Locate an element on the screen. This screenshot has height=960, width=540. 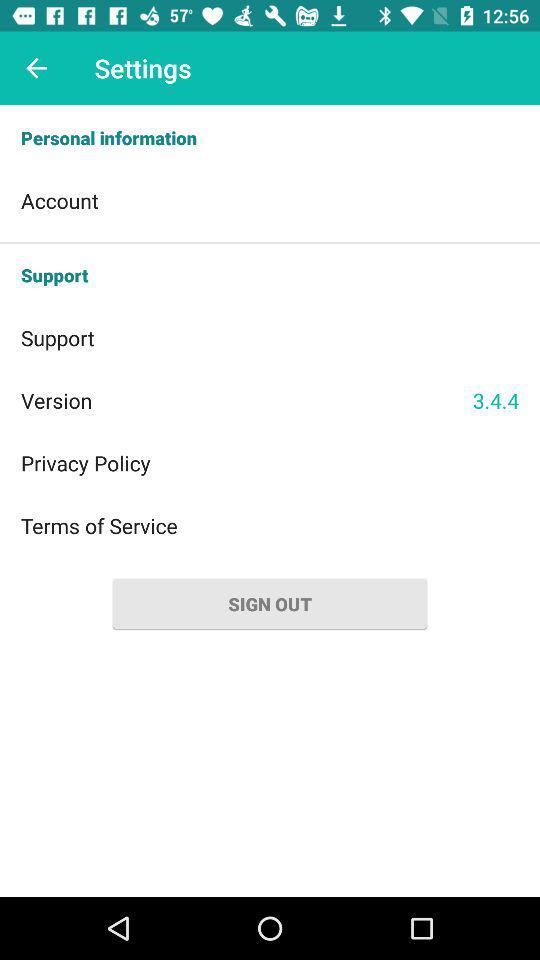
privacy policy icon is located at coordinates (270, 463).